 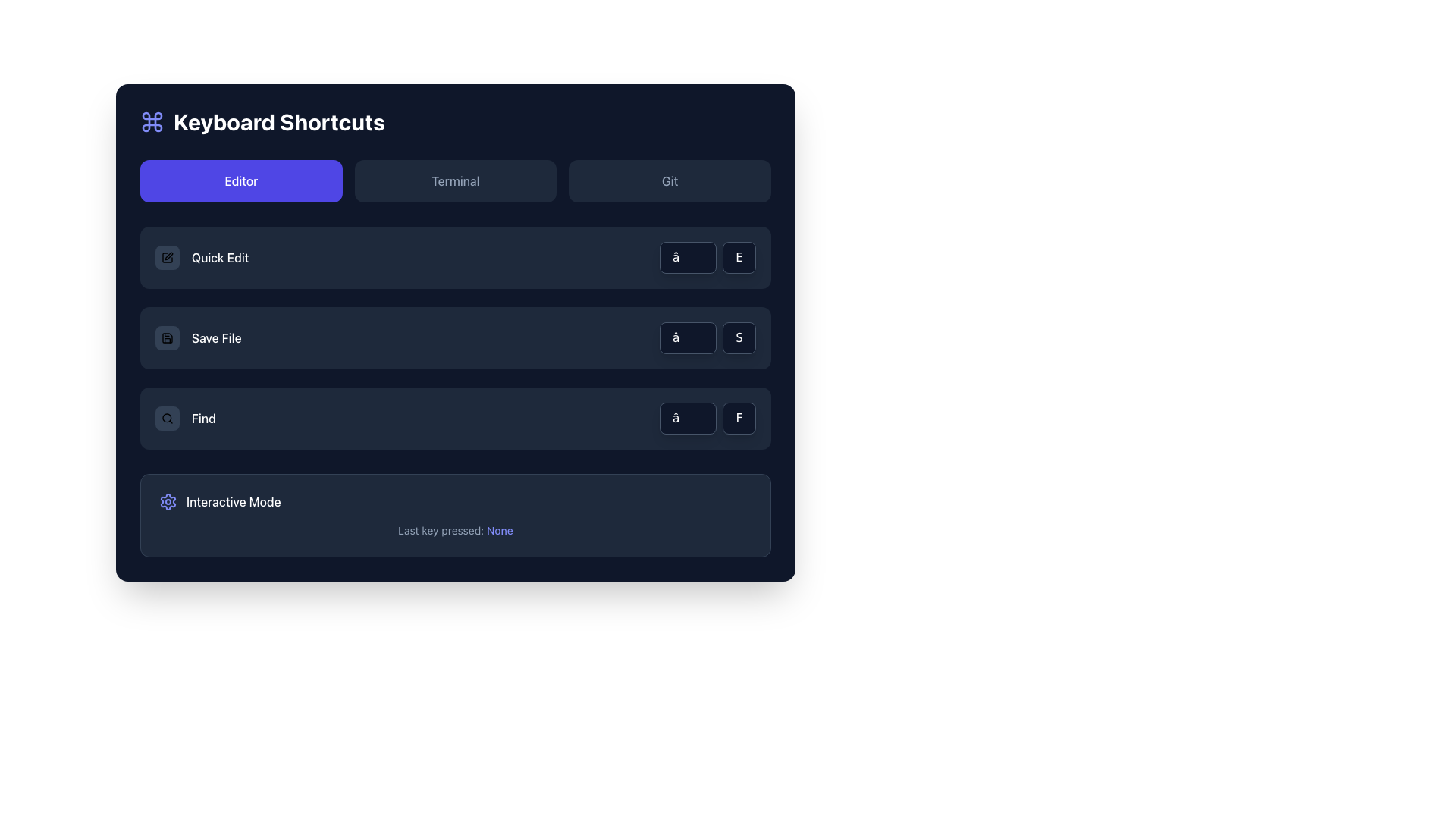 I want to click on the button displaying the keyboard shortcut key 'F', which is the second button in a horizontal group aligned to the right in the 'Keyboard Shortcuts' section, so click(x=739, y=418).